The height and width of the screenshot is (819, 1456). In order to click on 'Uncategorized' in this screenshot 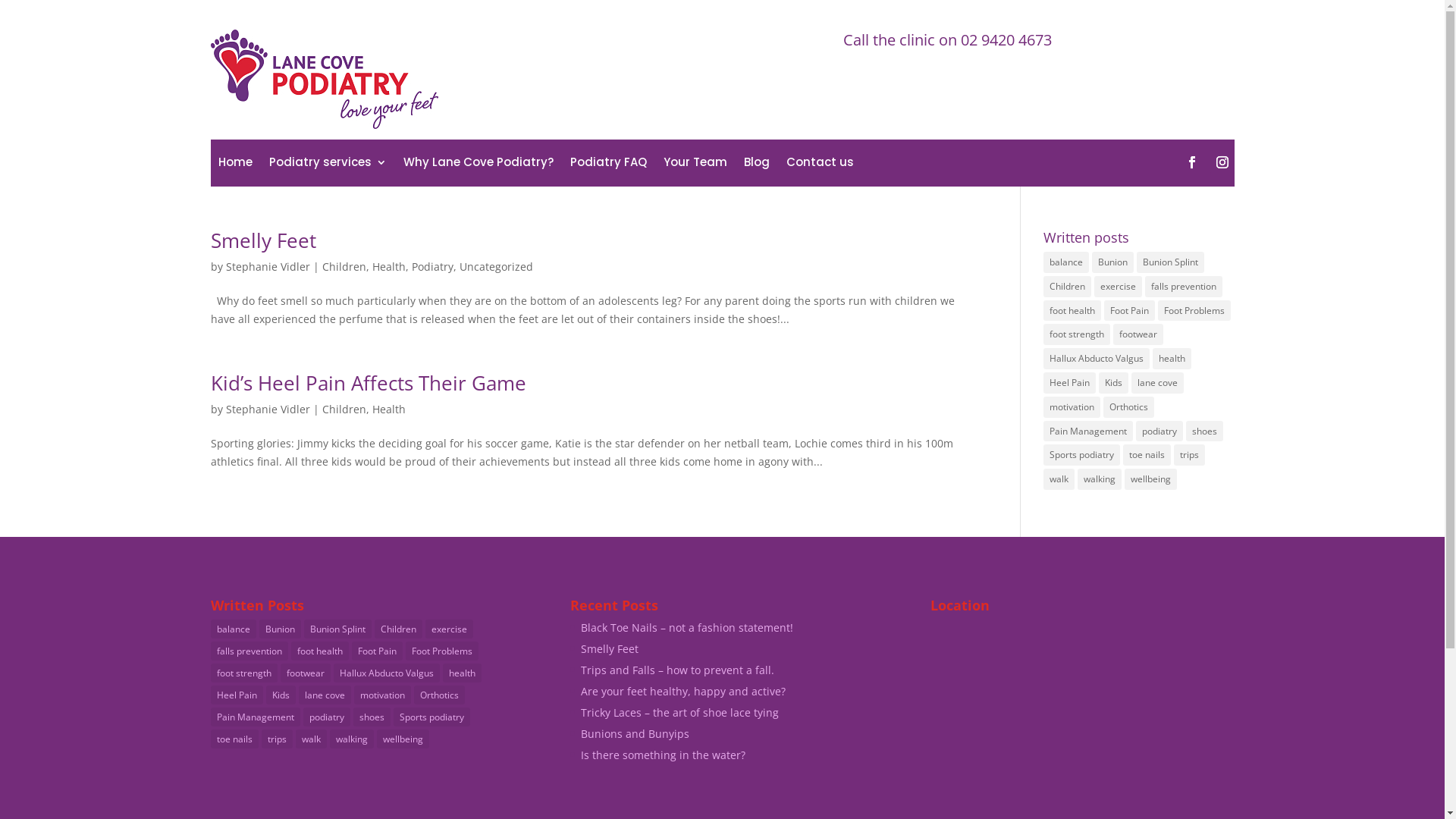, I will do `click(496, 265)`.